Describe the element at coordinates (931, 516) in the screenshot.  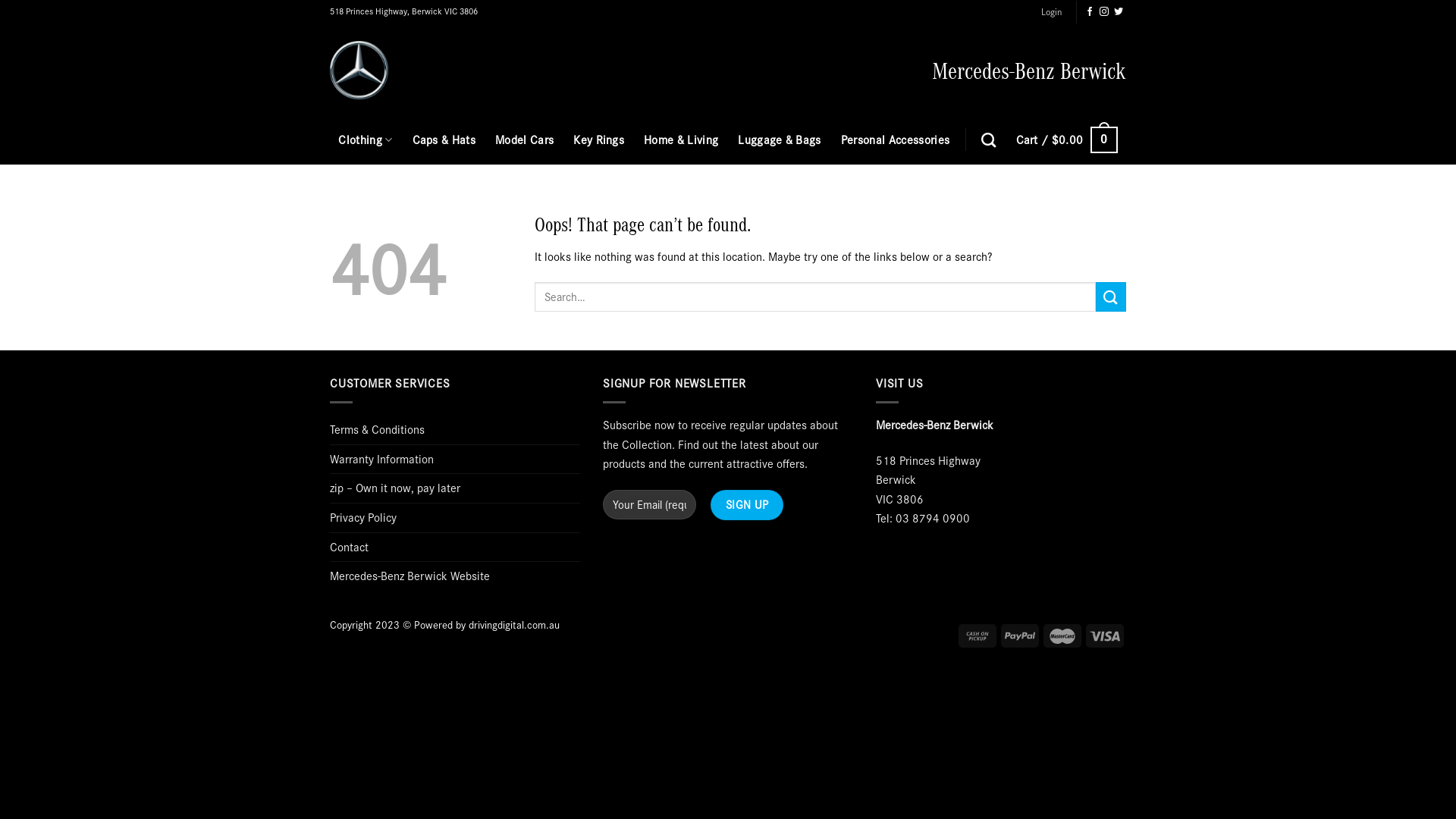
I see `'03 8794 0900'` at that location.